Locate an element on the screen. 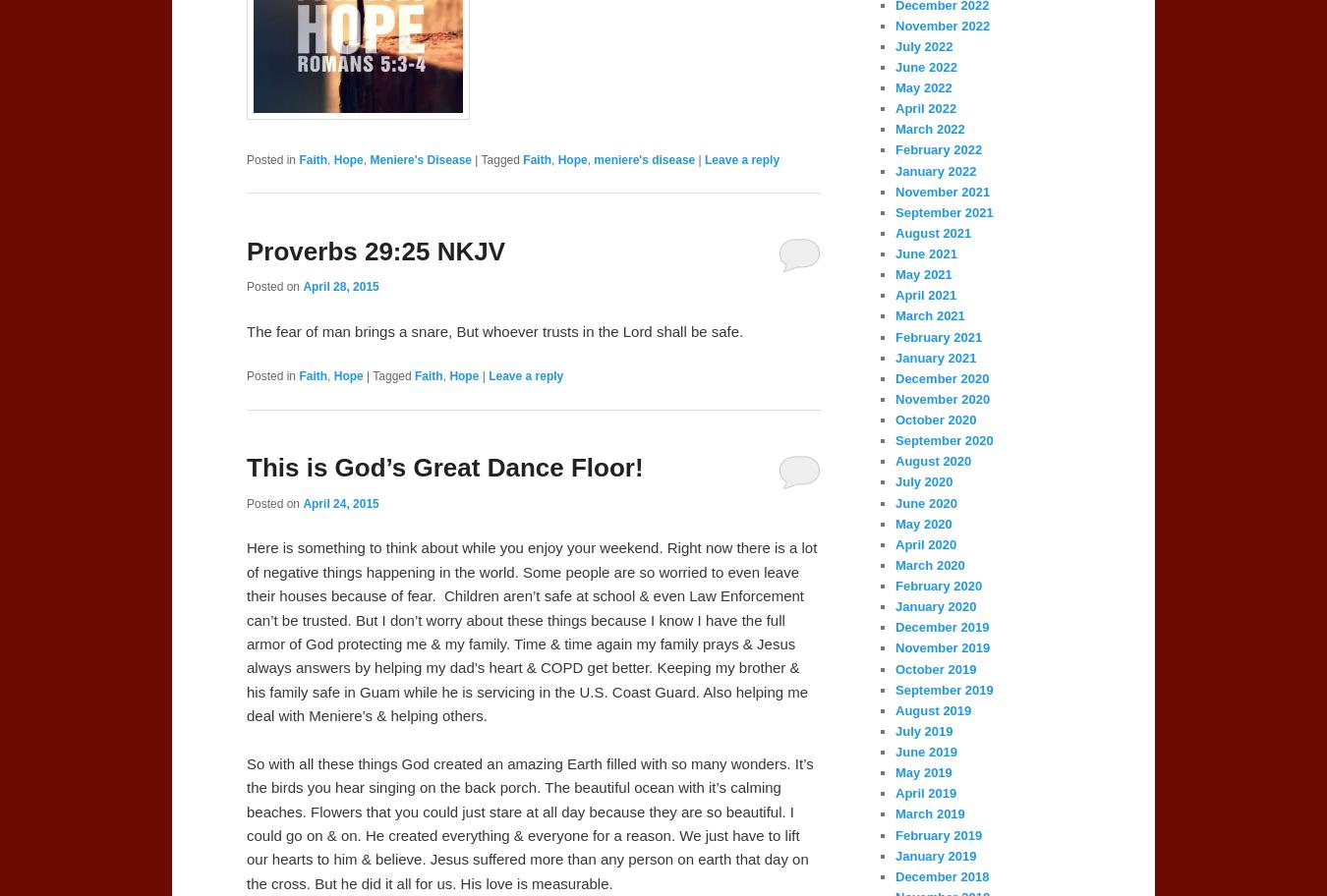  'April 2019' is located at coordinates (925, 792).